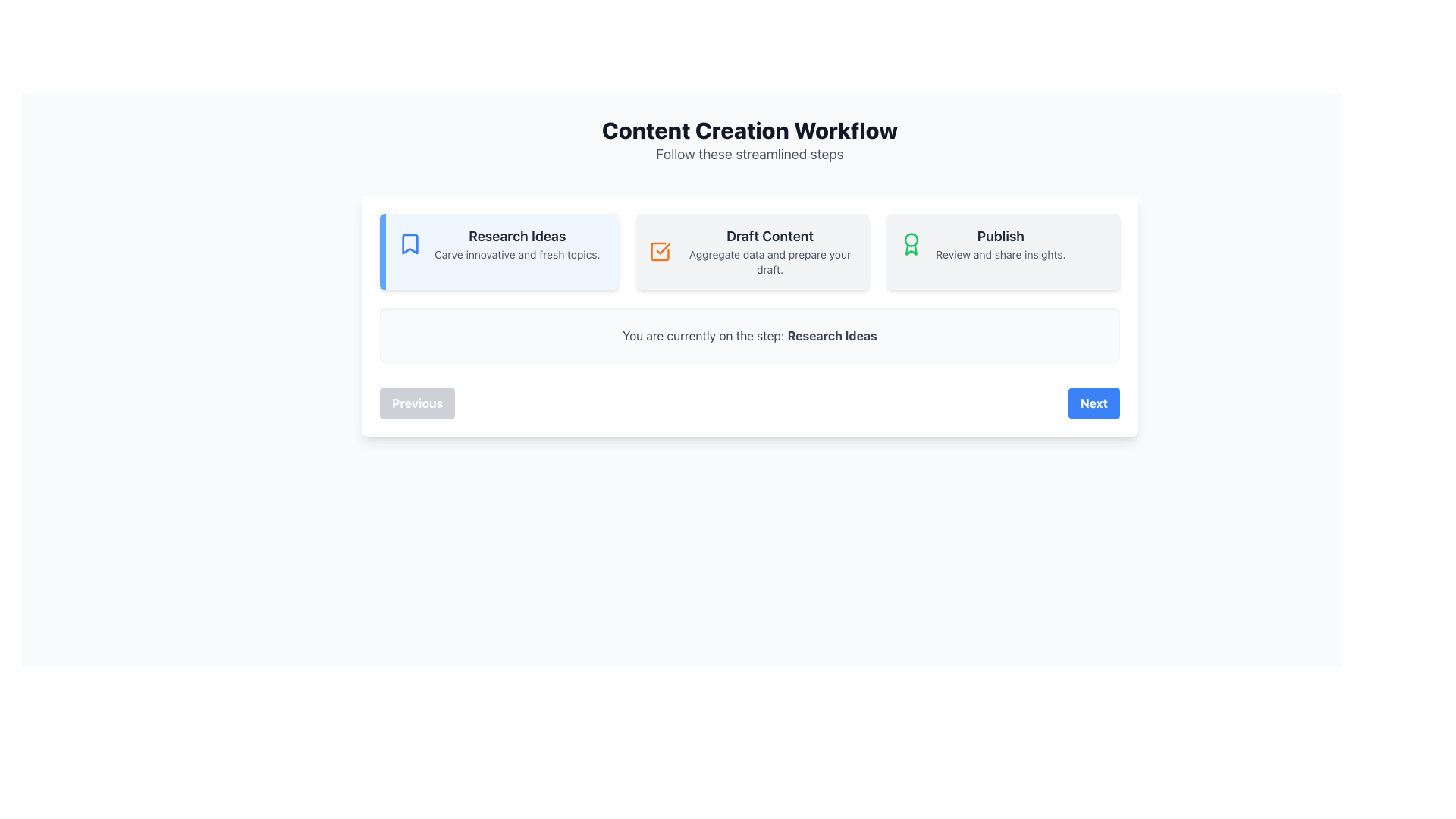 The width and height of the screenshot is (1456, 819). Describe the element at coordinates (911, 243) in the screenshot. I see `the 'Publish' Icon which visually represents the publishing action within the workflow, located in the rightmost section of the interface, adjacent to the 'Publish' title and 'Review and share insights.' subtitle` at that location.